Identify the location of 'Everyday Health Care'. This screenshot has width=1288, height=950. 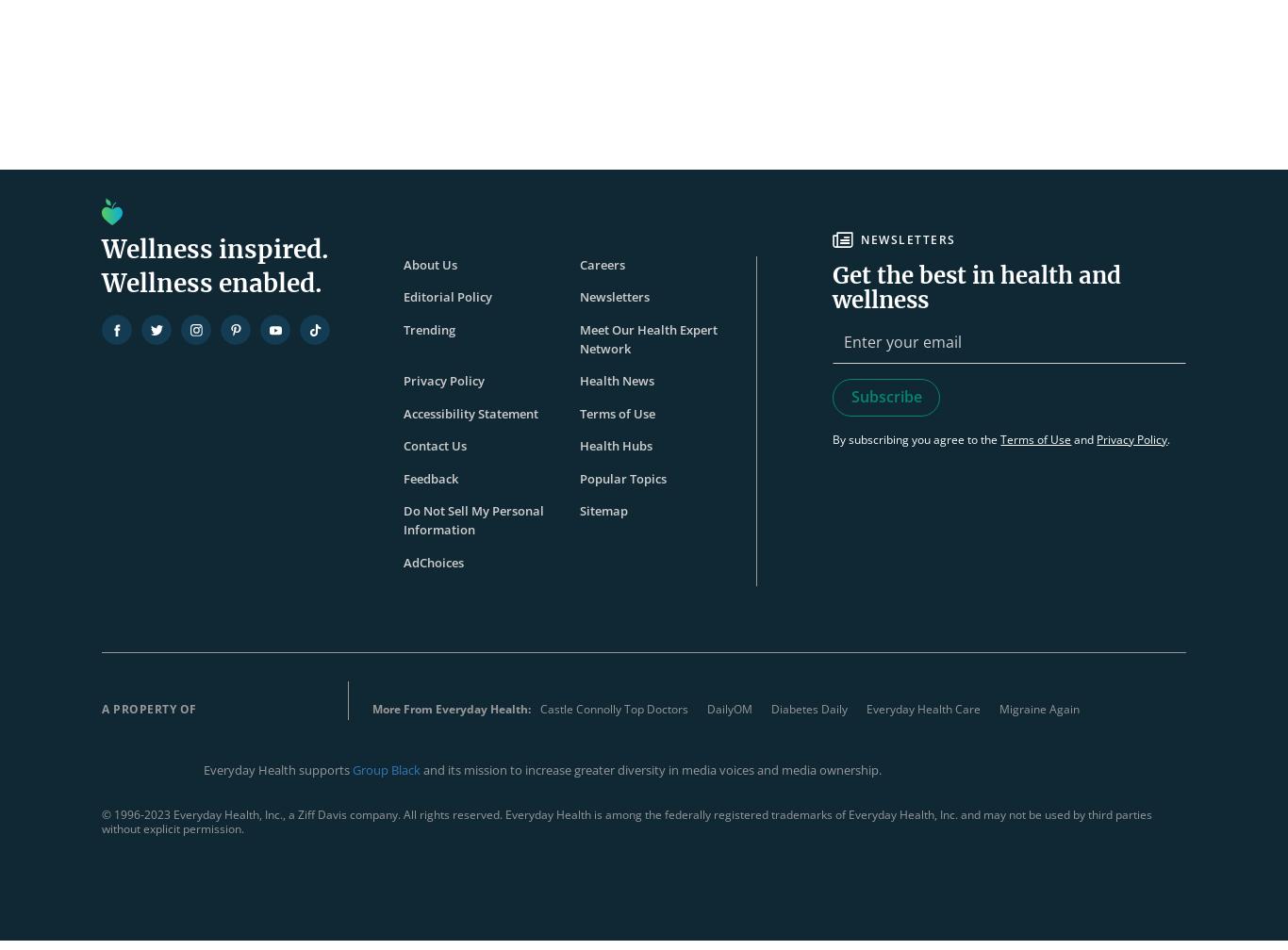
(865, 709).